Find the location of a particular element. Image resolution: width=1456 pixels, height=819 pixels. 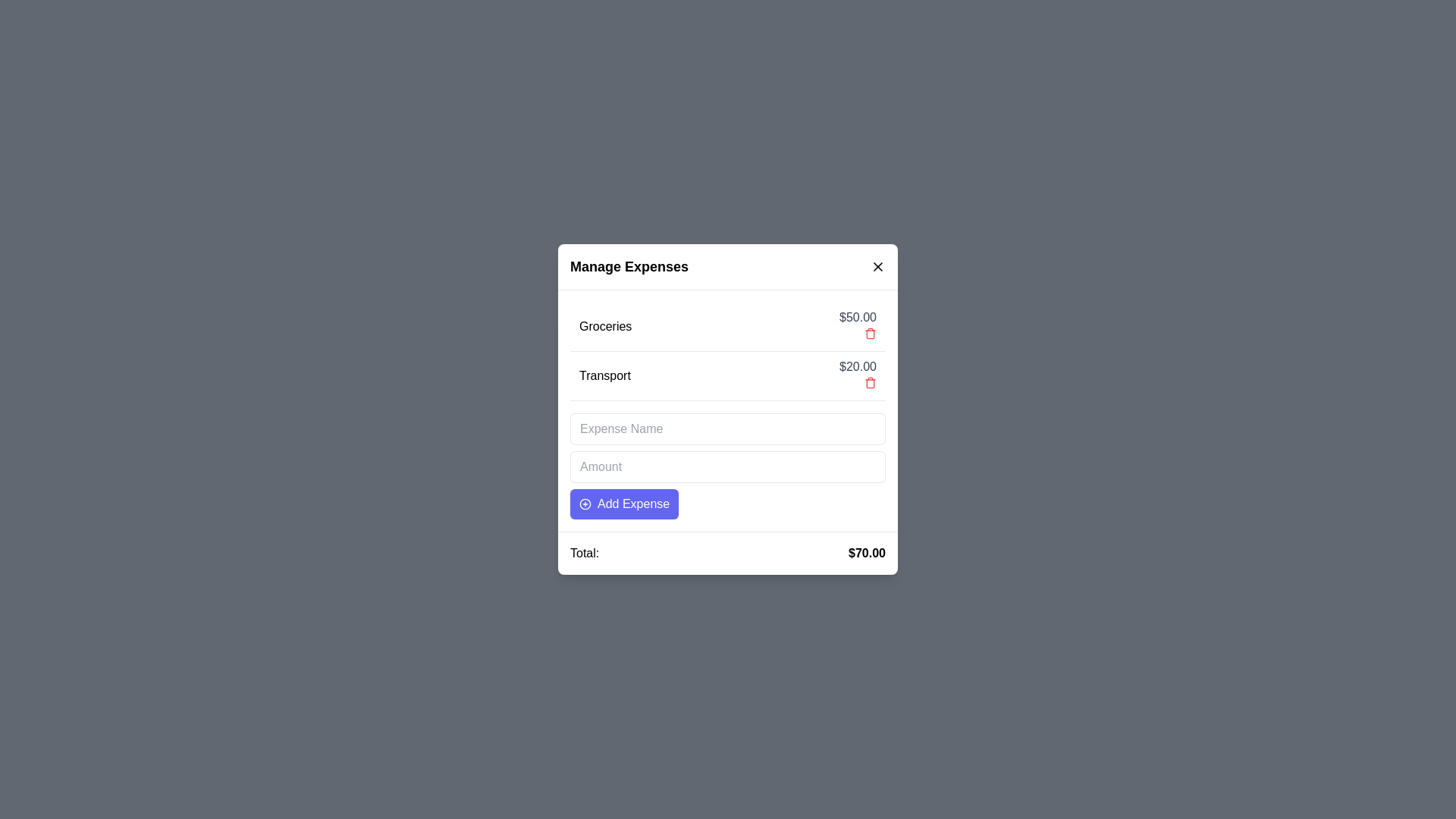

the 'Add Expense' button, which features a circular icon with a solid outline and a cross shape inside, located near the lower left corner of the button is located at coordinates (585, 504).